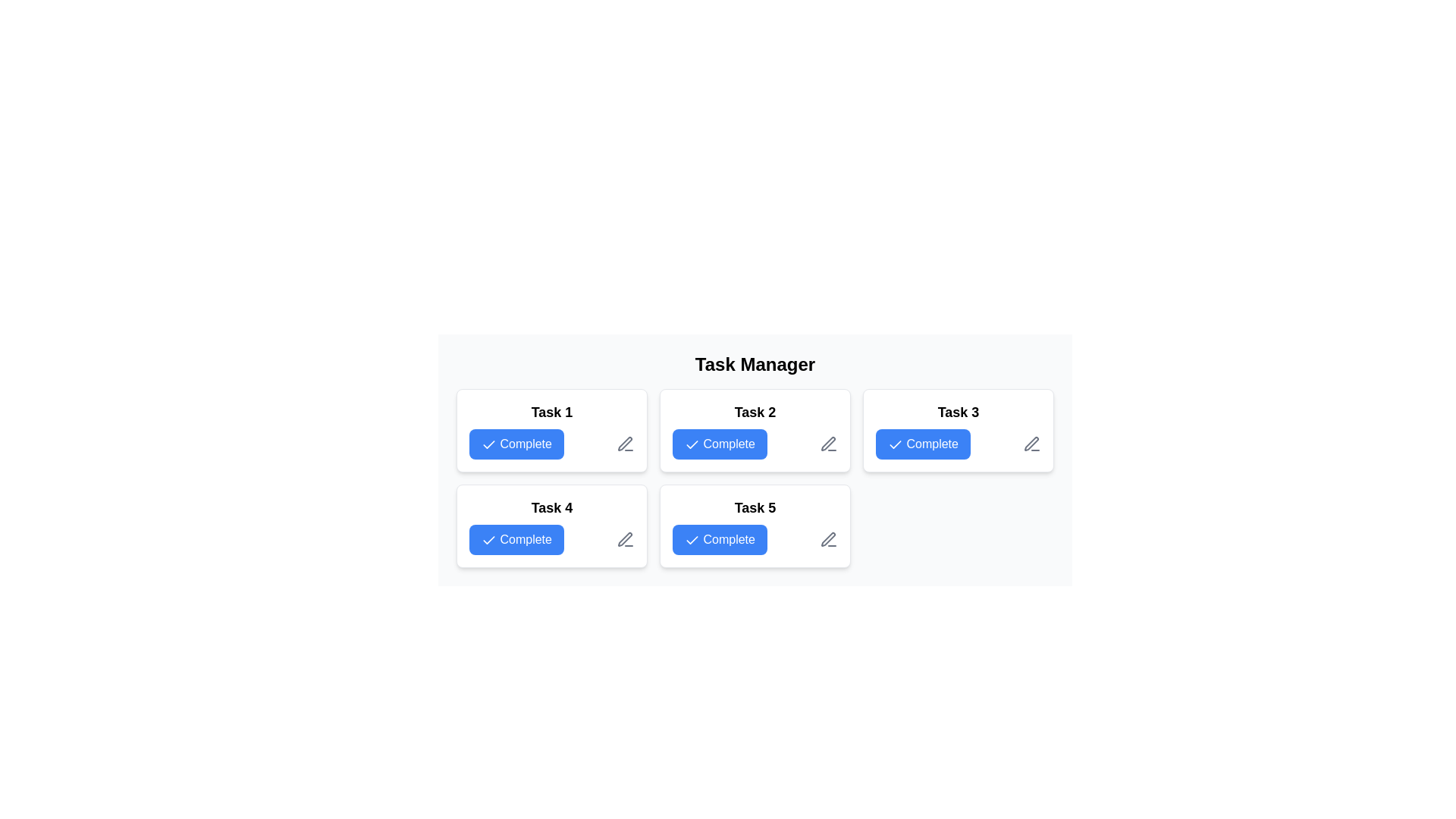  I want to click on the blue button labeled 'Complete' with a white checkmark icon to mark the task as complete, so click(755, 444).